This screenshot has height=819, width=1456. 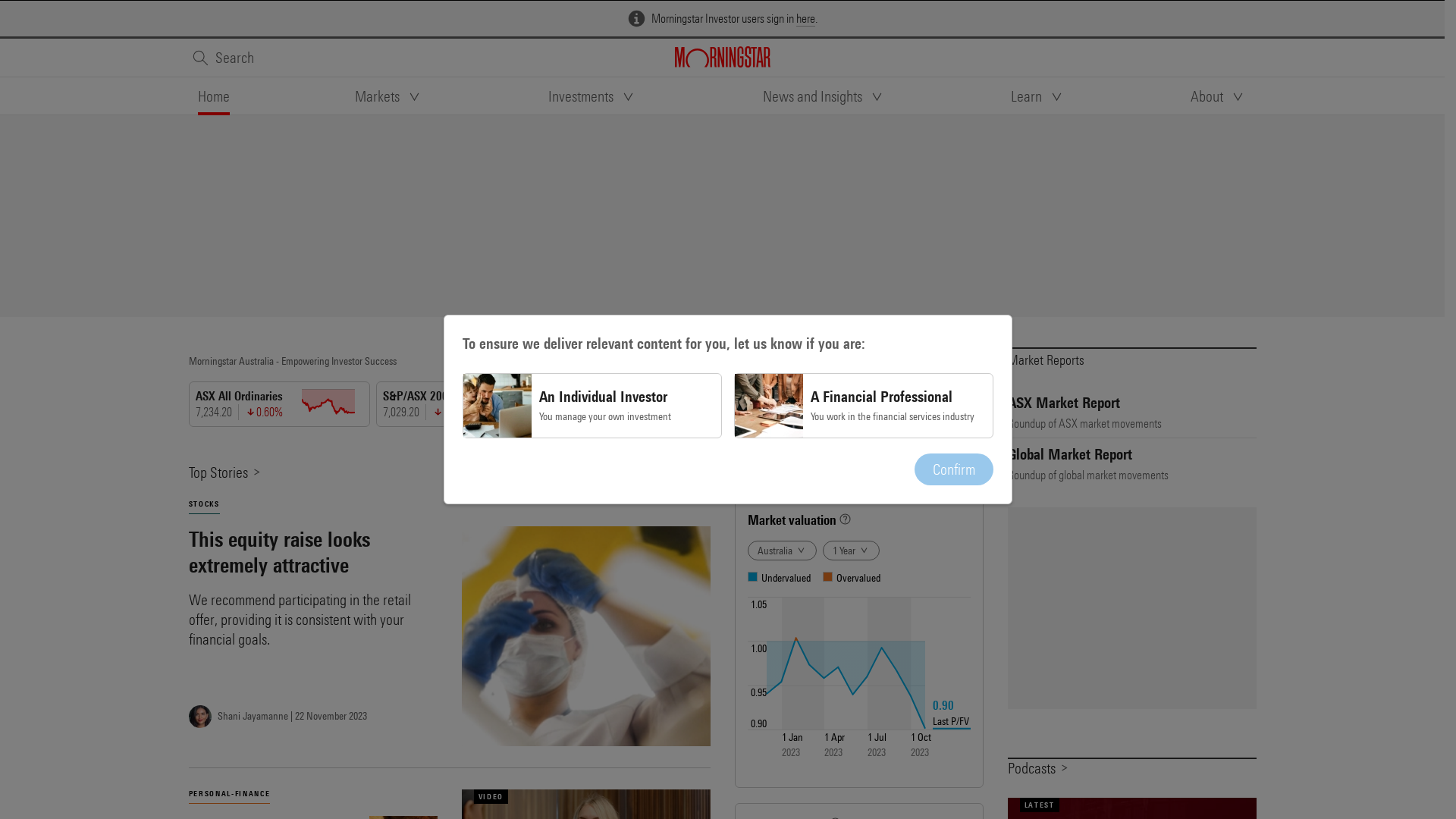 What do you see at coordinates (591, 96) in the screenshot?
I see `'Investments'` at bounding box center [591, 96].